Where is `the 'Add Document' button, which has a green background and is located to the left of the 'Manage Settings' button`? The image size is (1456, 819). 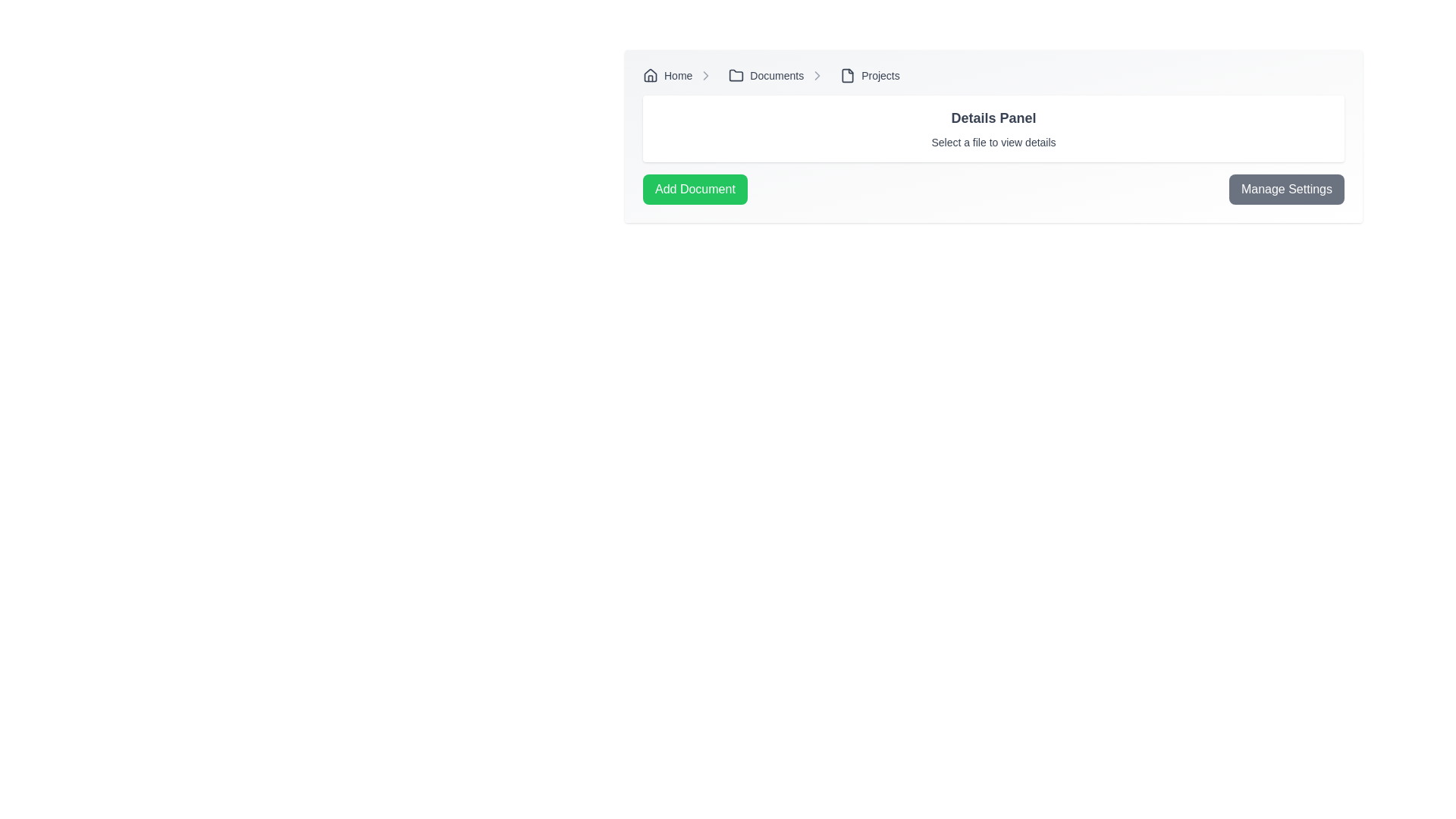
the 'Add Document' button, which has a green background and is located to the left of the 'Manage Settings' button is located at coordinates (694, 189).